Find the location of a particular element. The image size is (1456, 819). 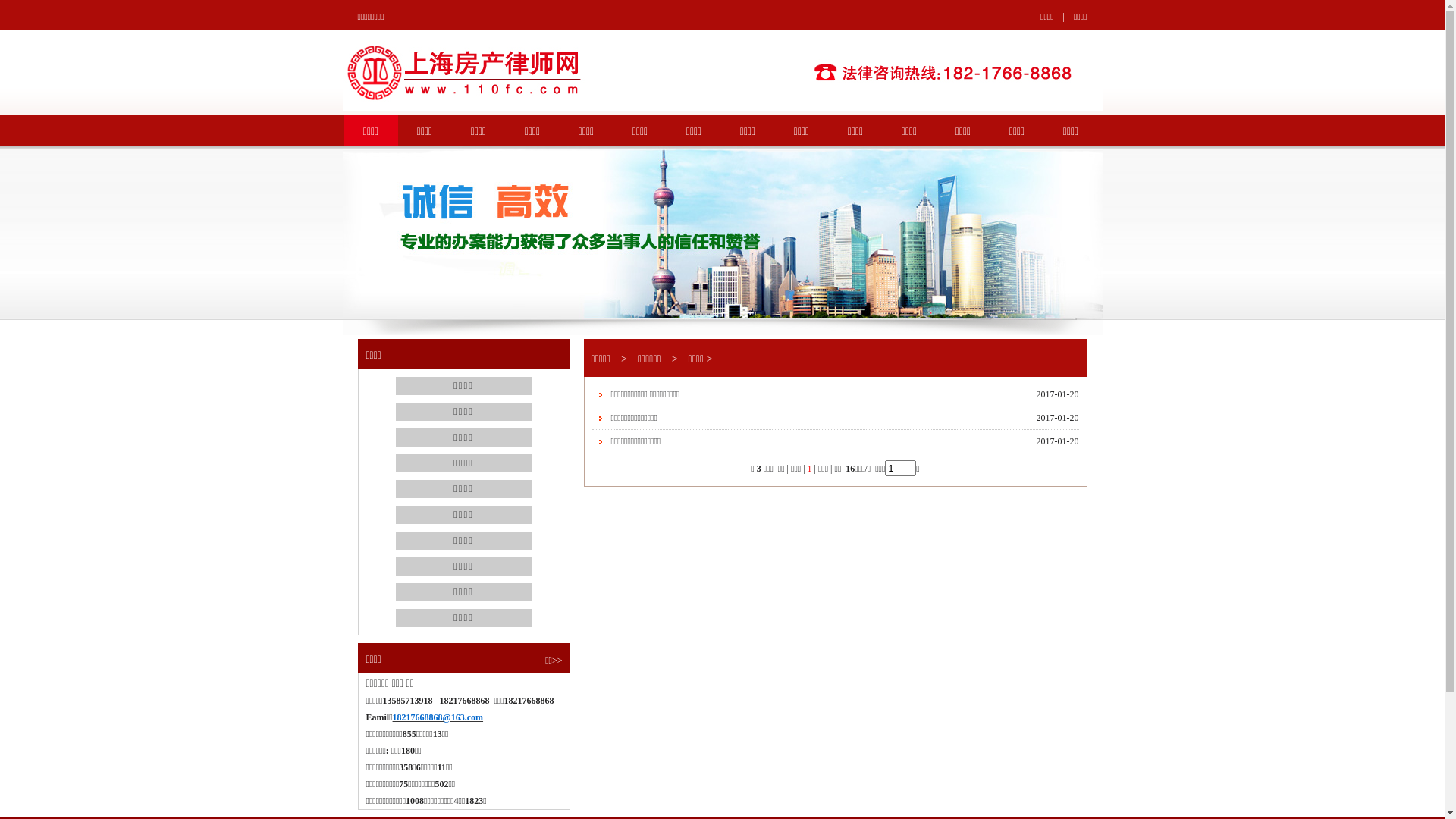

'18217668868@163.com' is located at coordinates (437, 717).